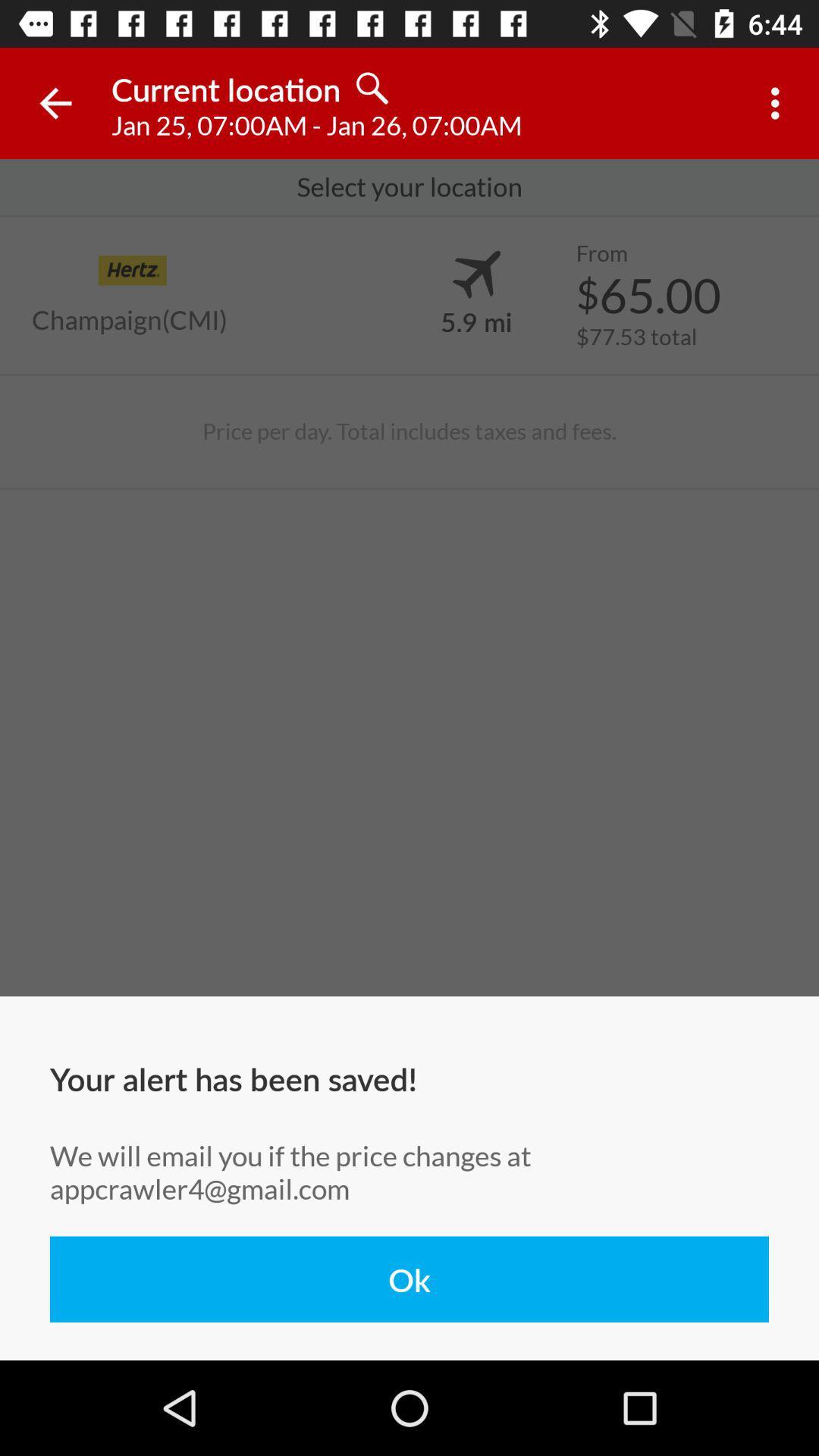 Image resolution: width=819 pixels, height=1456 pixels. Describe the element at coordinates (475, 320) in the screenshot. I see `item next to the $65.00` at that location.